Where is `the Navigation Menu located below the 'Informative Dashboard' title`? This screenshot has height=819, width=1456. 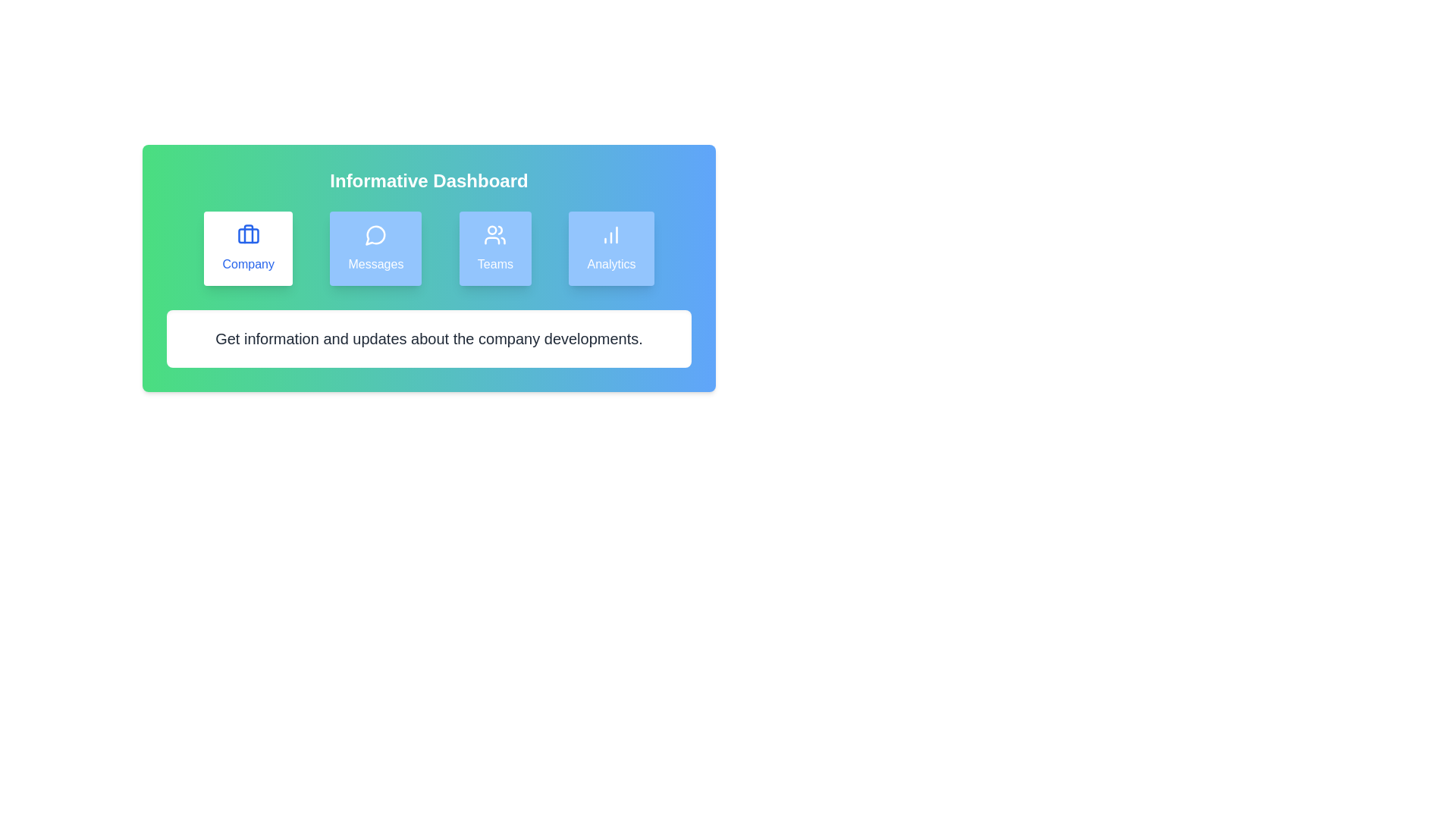
the Navigation Menu located below the 'Informative Dashboard' title is located at coordinates (428, 247).